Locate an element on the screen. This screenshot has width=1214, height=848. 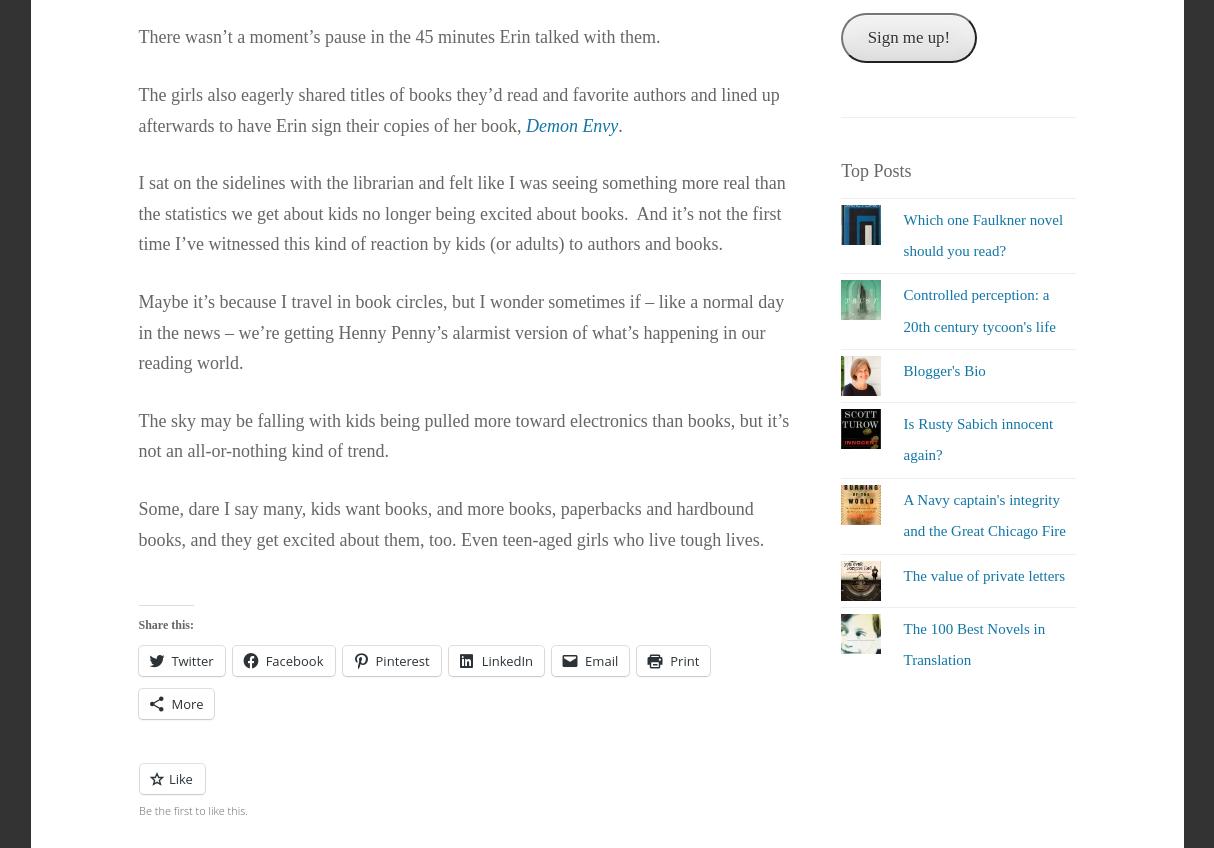
'Print' is located at coordinates (684, 658).